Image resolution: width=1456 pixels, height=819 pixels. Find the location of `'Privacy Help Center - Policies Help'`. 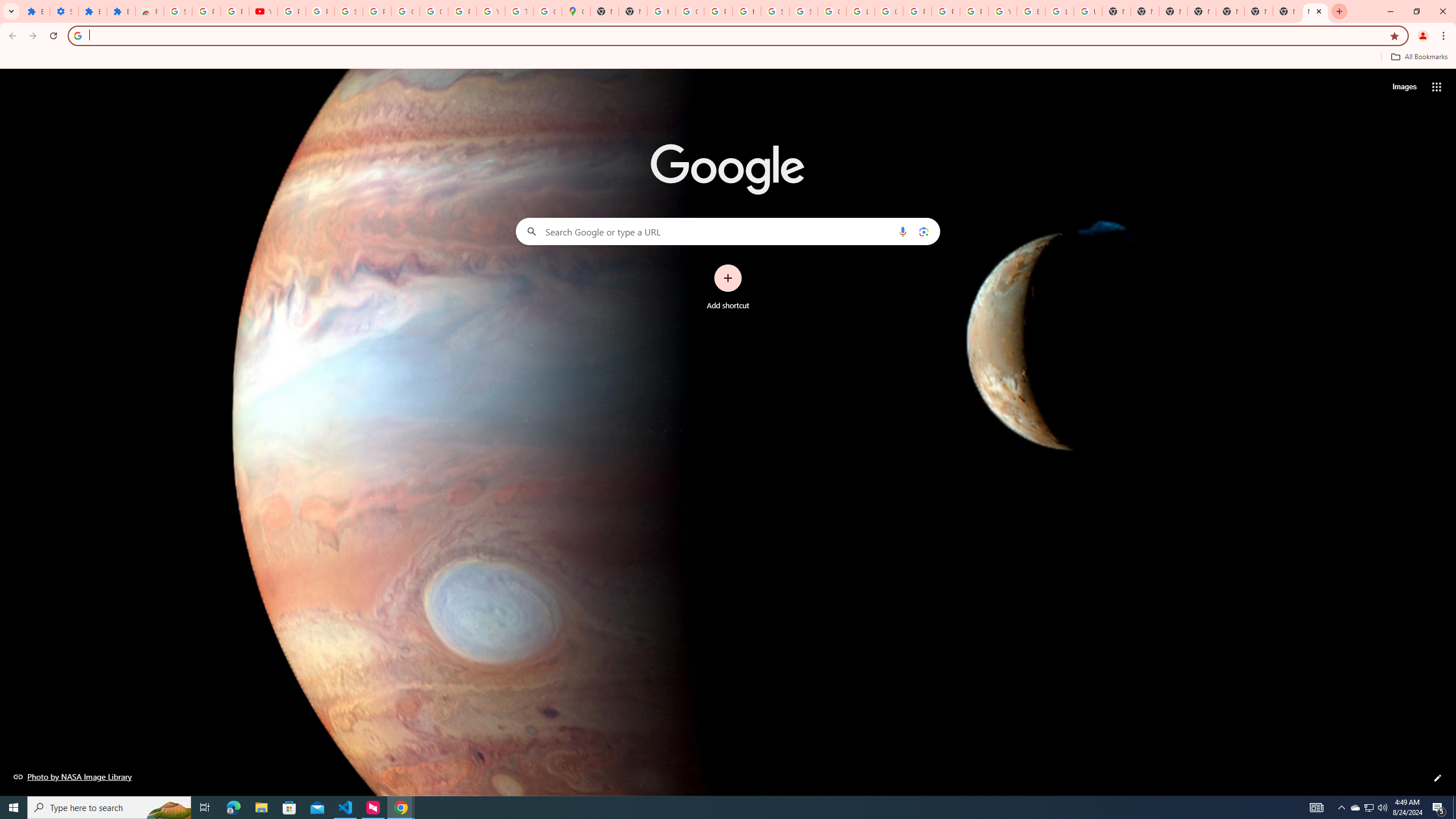

'Privacy Help Center - Policies Help' is located at coordinates (916, 11).